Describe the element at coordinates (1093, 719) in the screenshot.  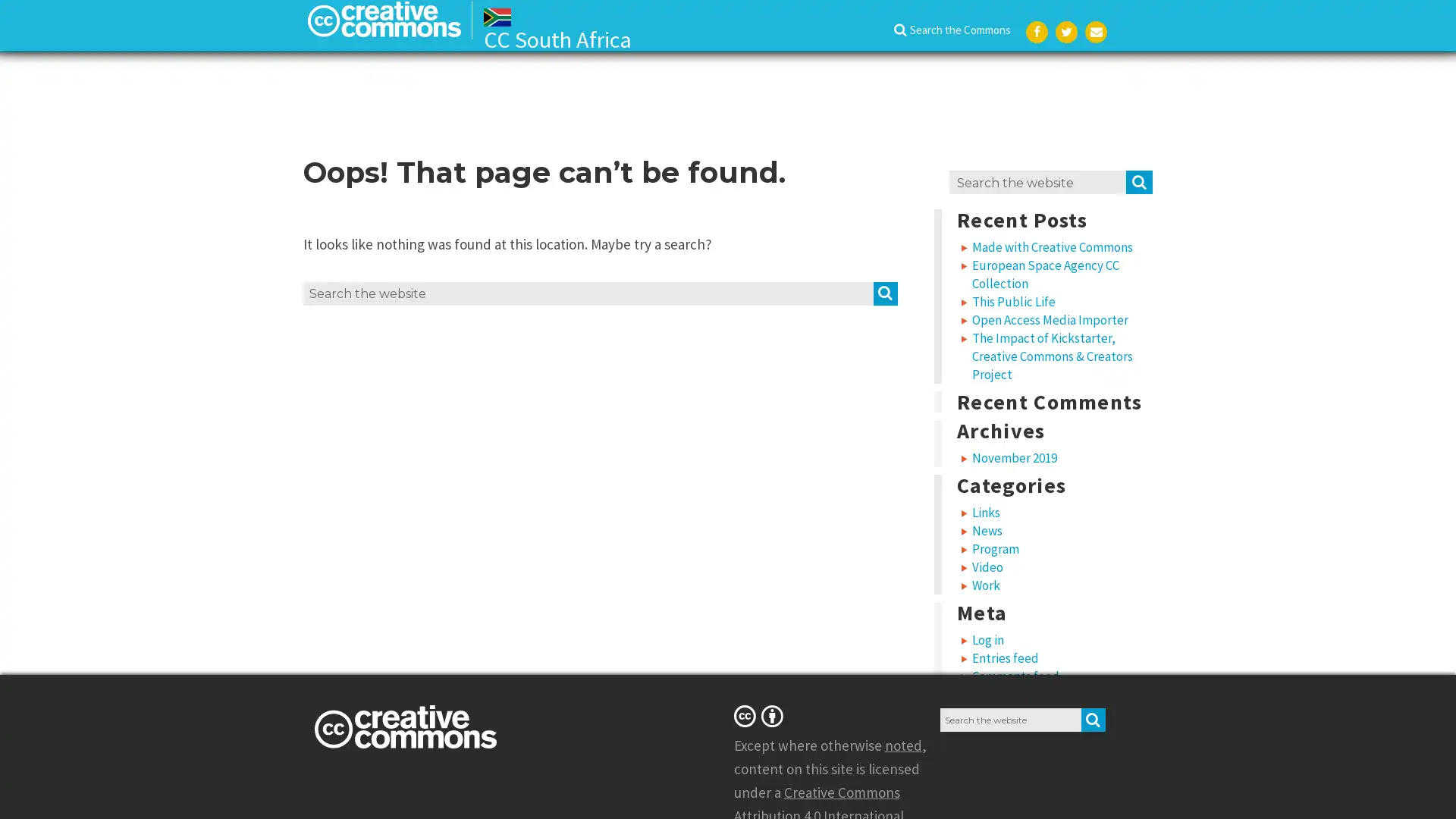
I see `SEARCH` at that location.